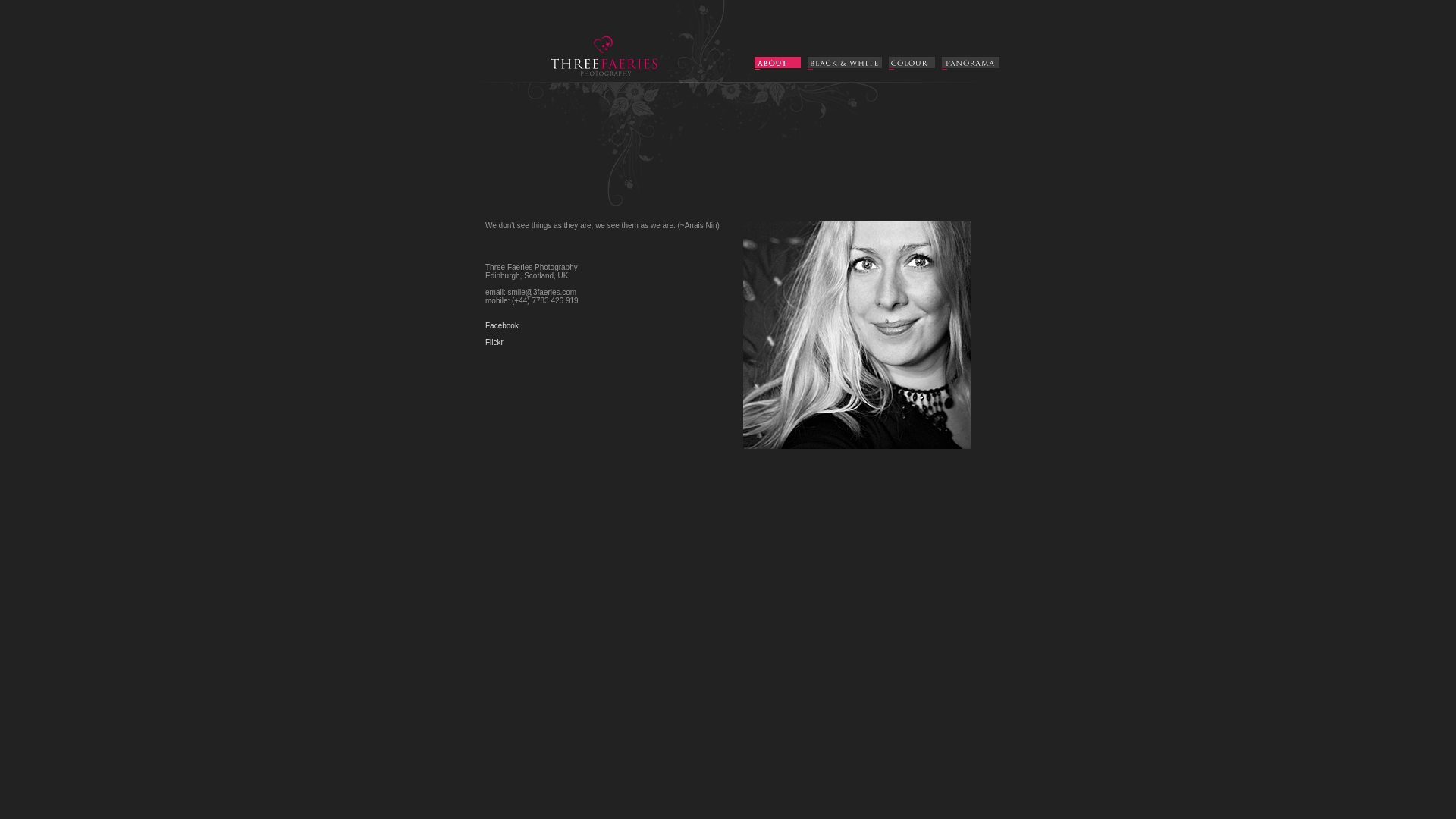  I want to click on 'Flickr', so click(494, 342).